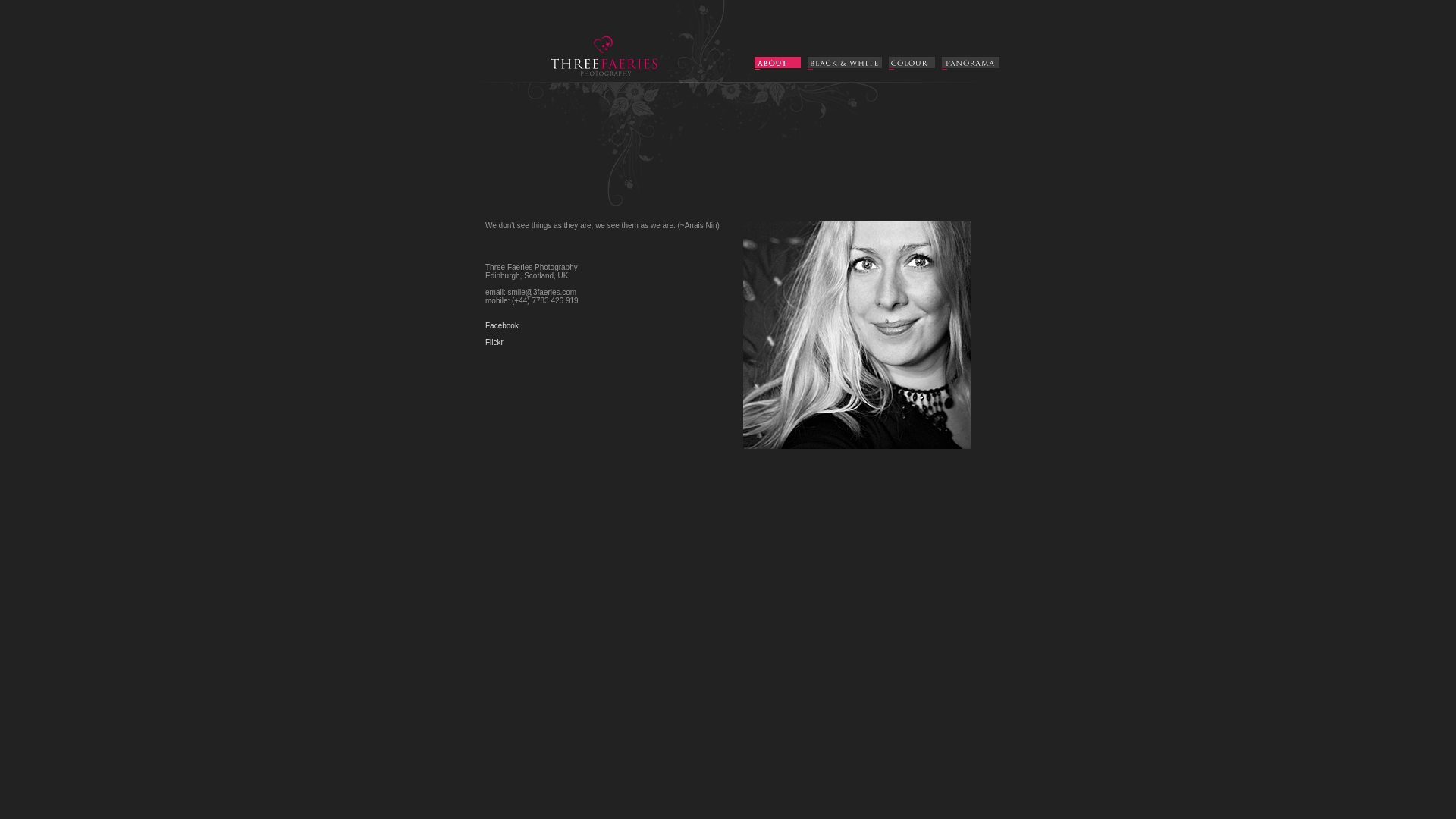  I want to click on 'Flickr', so click(494, 342).